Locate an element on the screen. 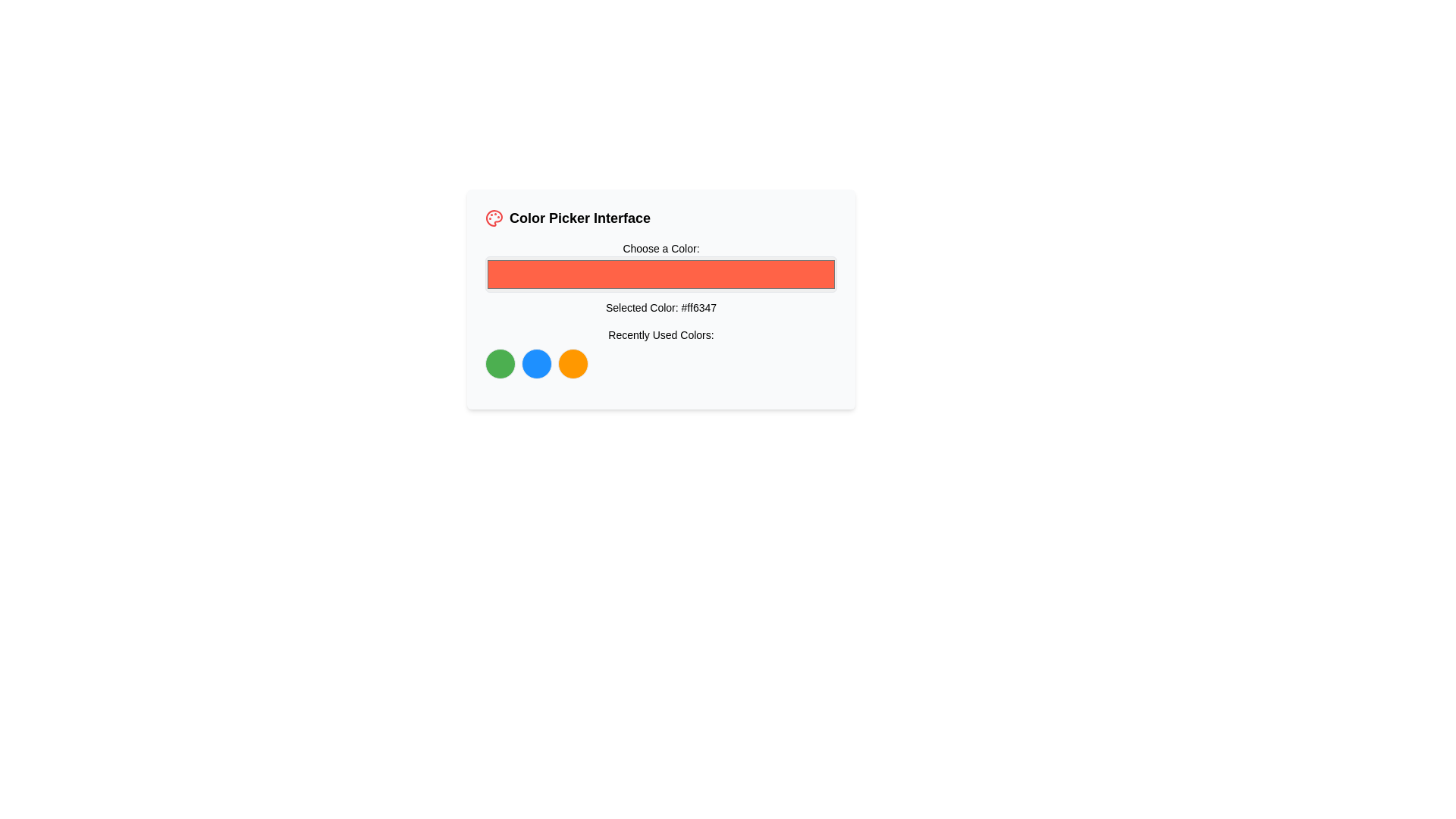  the informative Text label that denotes recently used colors, located in the bottom section of the 'Color Picker Interface' module, below the 'Selected Color' label is located at coordinates (661, 334).